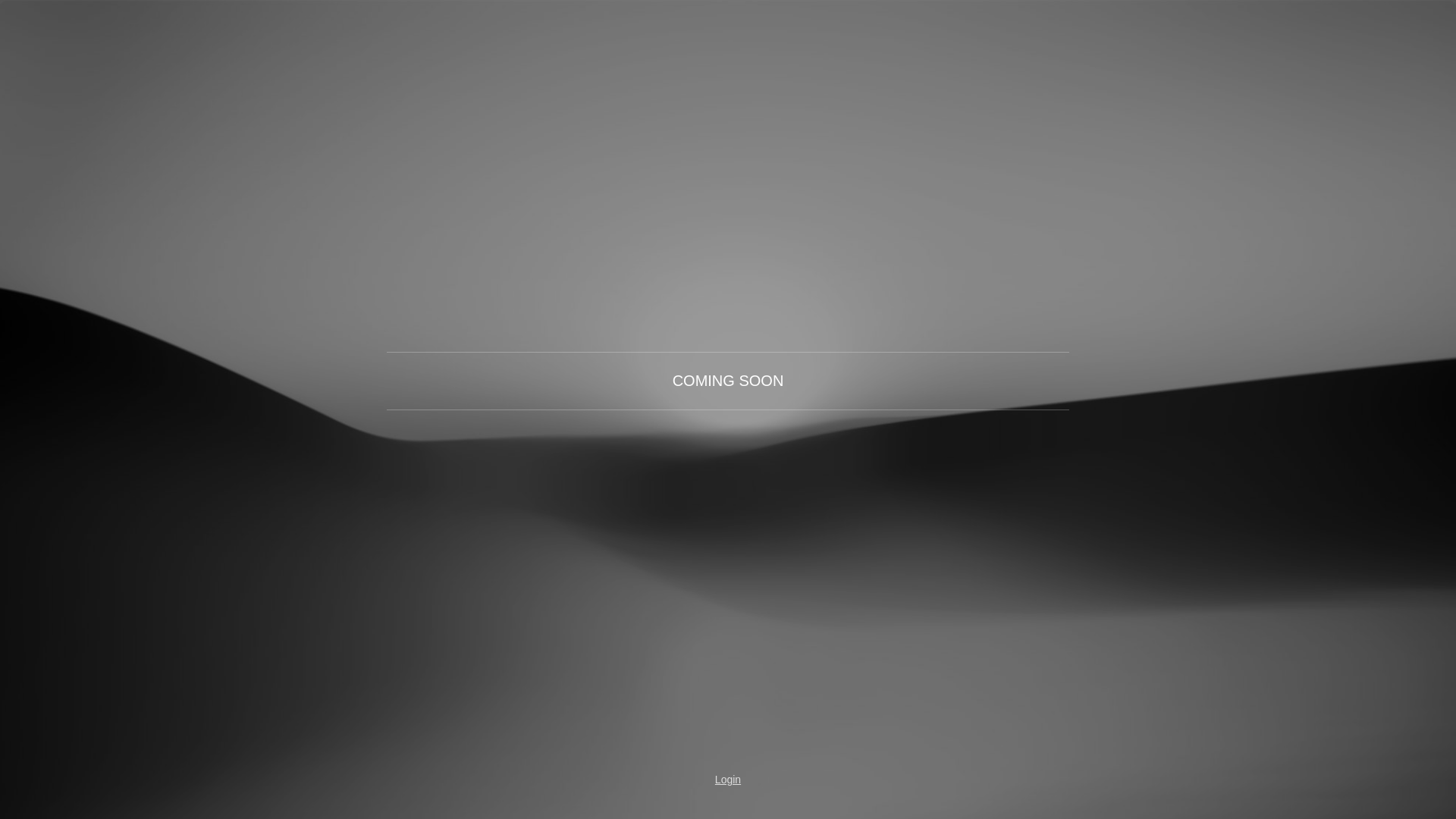 The height and width of the screenshot is (819, 1456). I want to click on 'Login', so click(683, 780).